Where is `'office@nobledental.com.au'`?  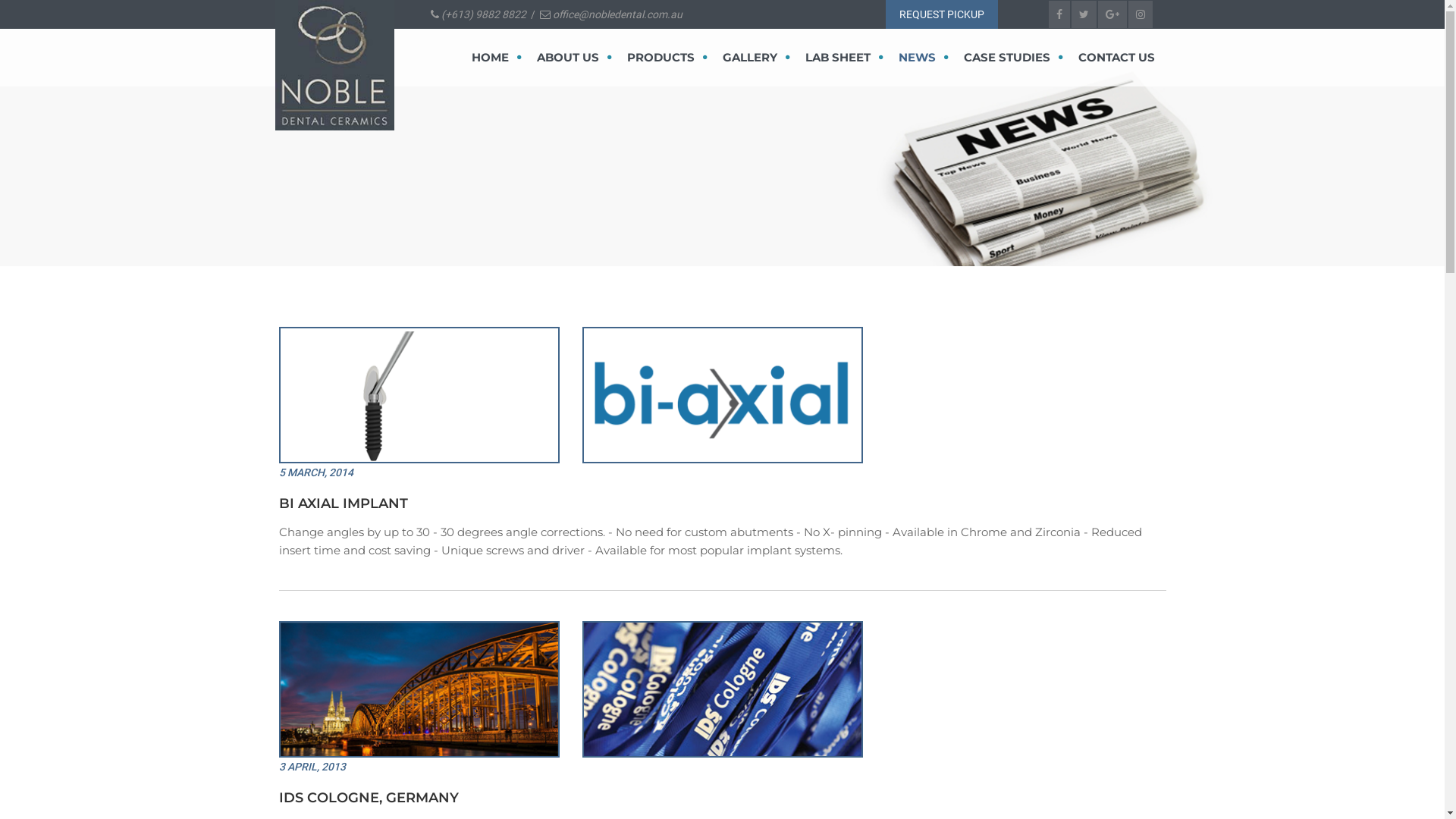
'office@nobledental.com.au' is located at coordinates (616, 14).